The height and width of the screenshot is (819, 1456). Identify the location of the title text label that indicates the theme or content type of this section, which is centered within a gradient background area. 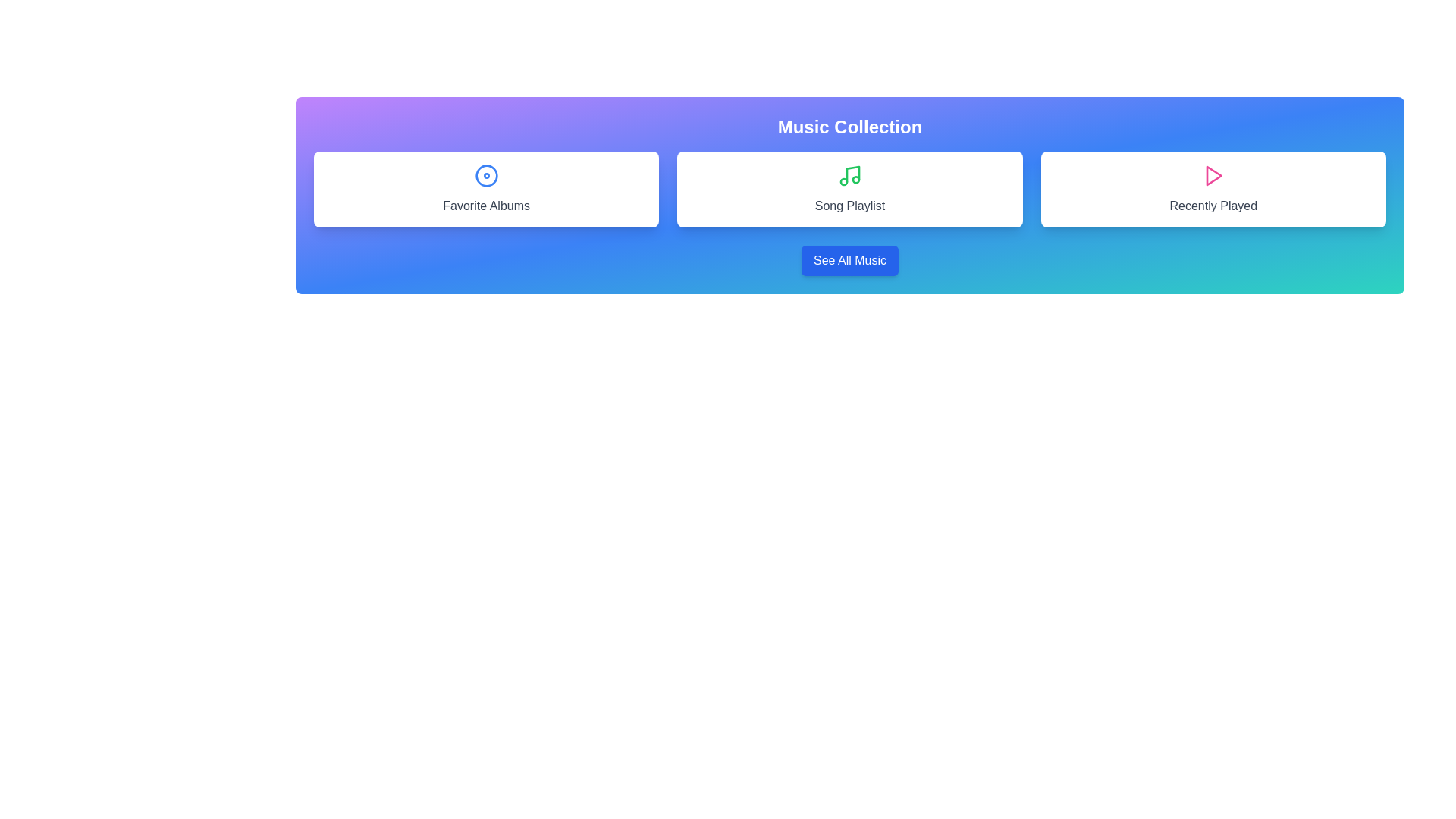
(850, 127).